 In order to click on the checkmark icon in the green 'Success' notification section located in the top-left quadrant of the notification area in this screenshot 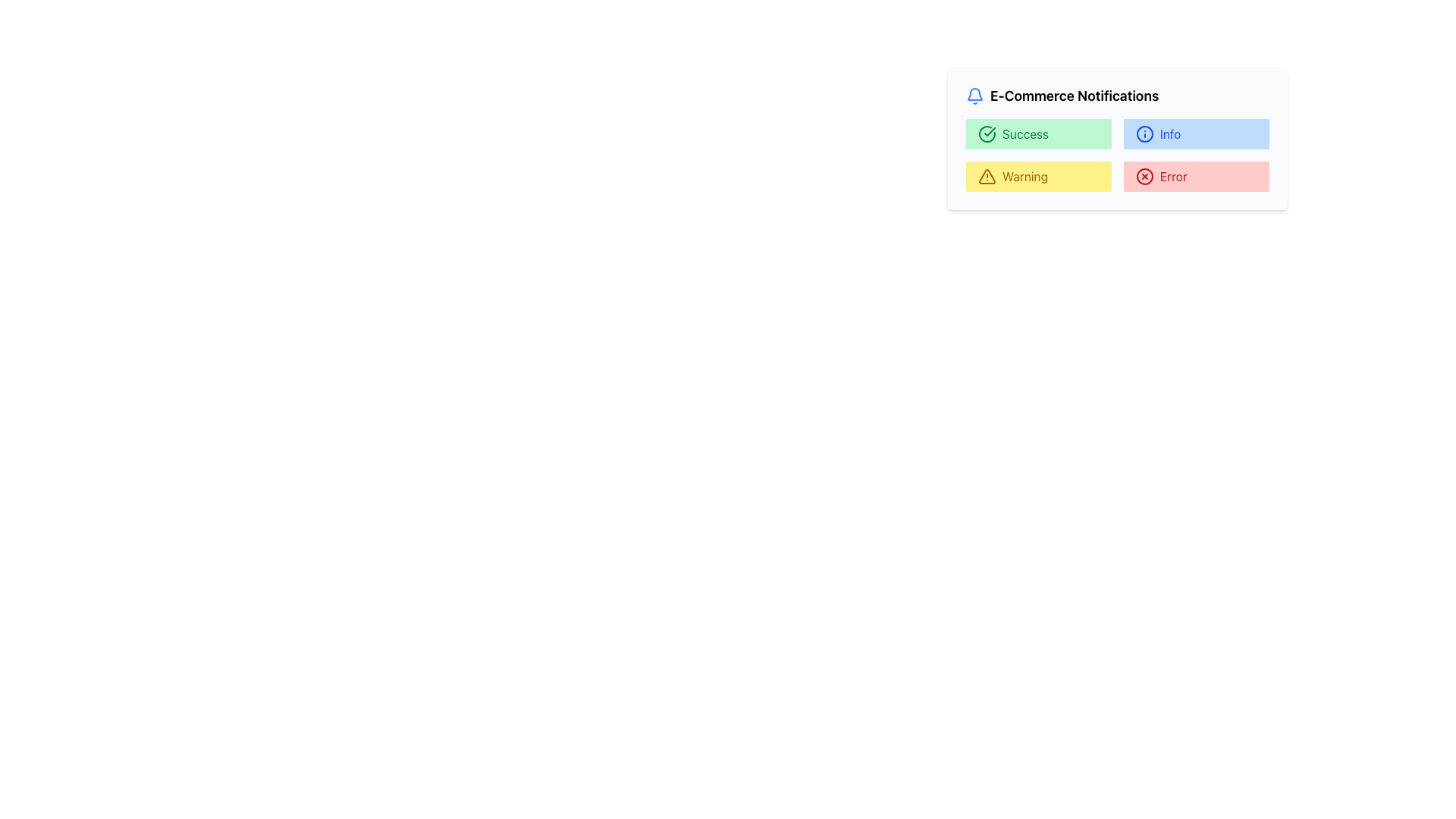, I will do `click(990, 130)`.